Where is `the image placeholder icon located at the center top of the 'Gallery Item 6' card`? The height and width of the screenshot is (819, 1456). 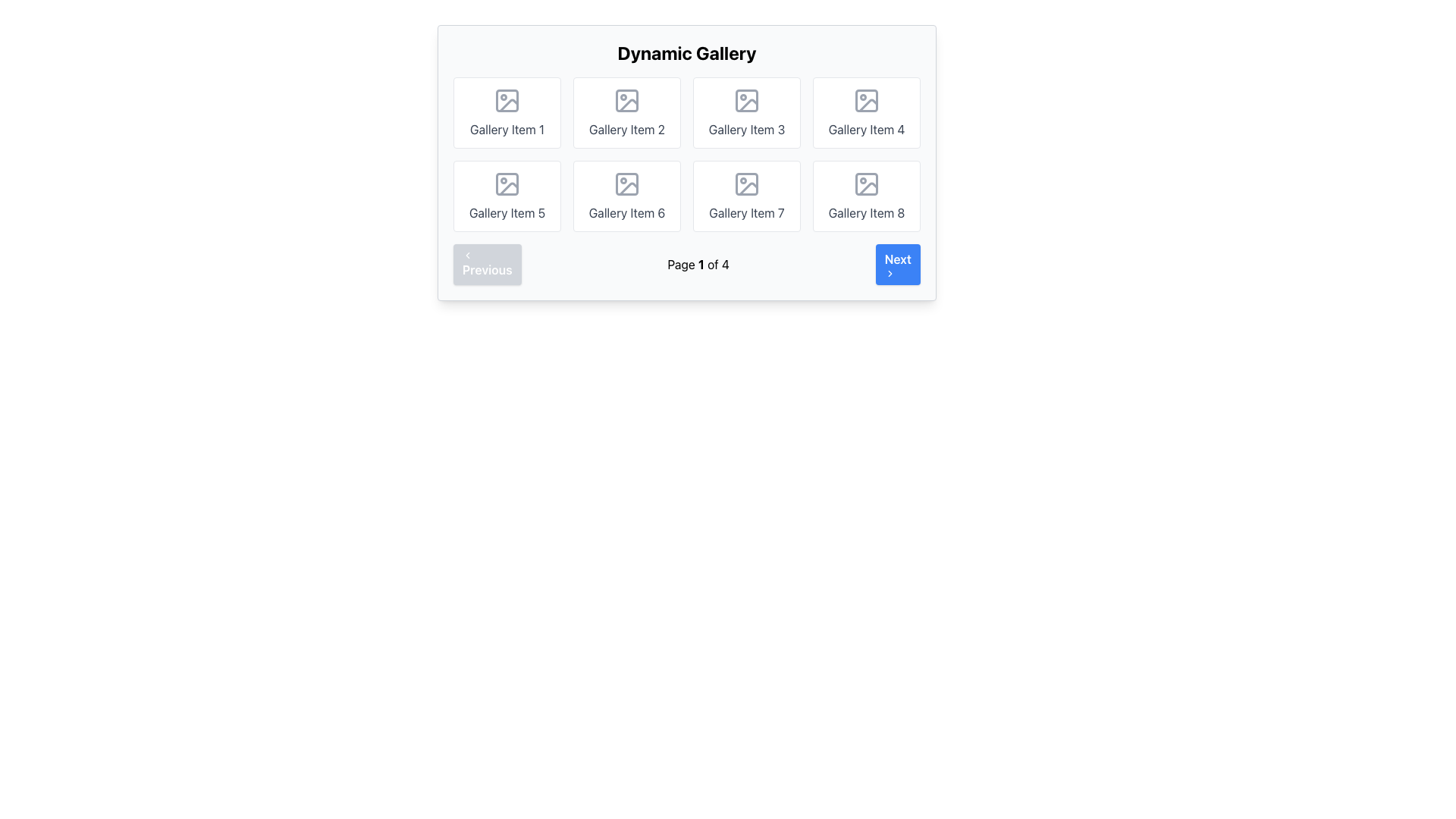 the image placeholder icon located at the center top of the 'Gallery Item 6' card is located at coordinates (626, 184).